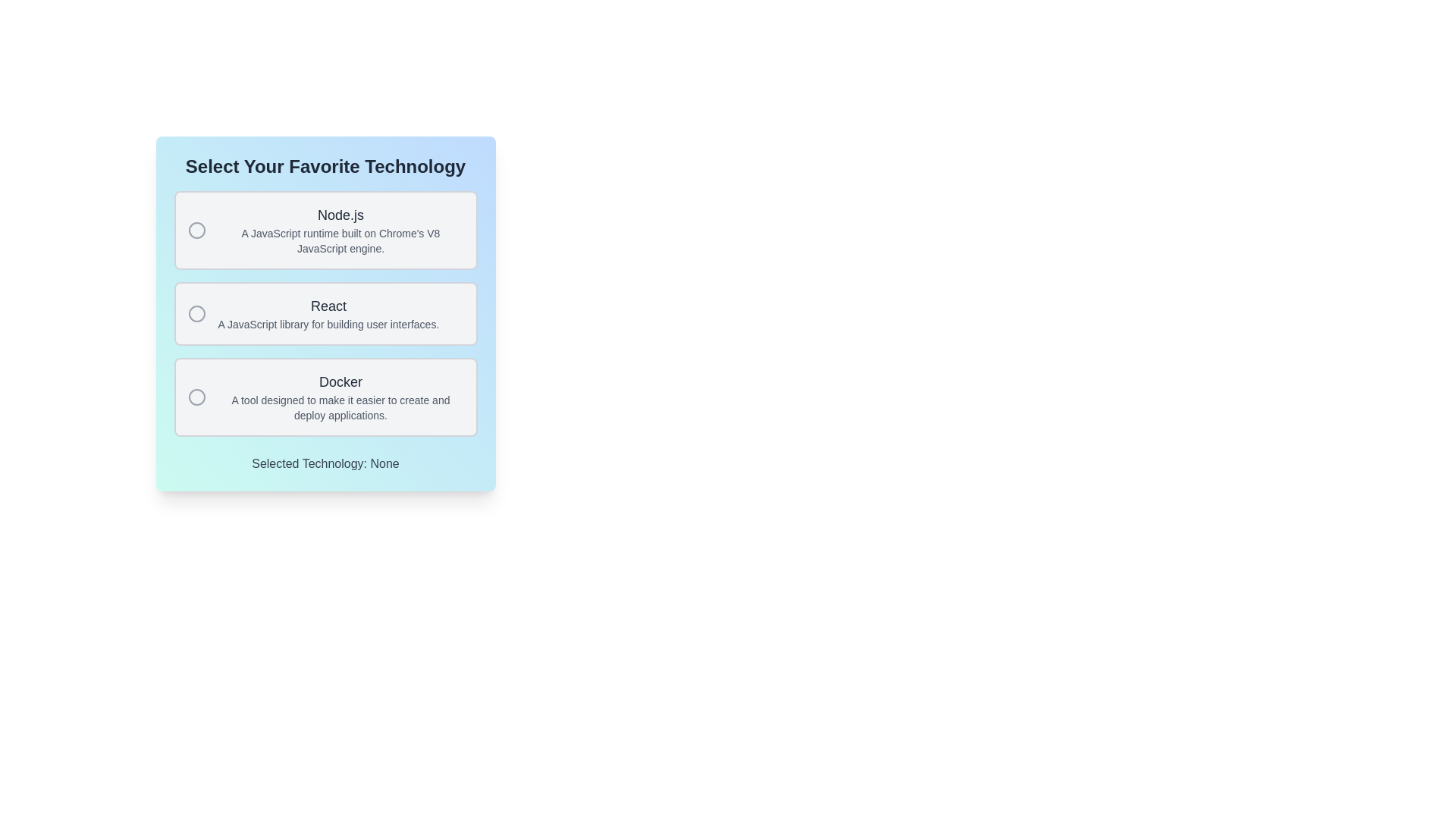 This screenshot has height=819, width=1456. I want to click on the 'React' text label in the second card, so click(328, 306).